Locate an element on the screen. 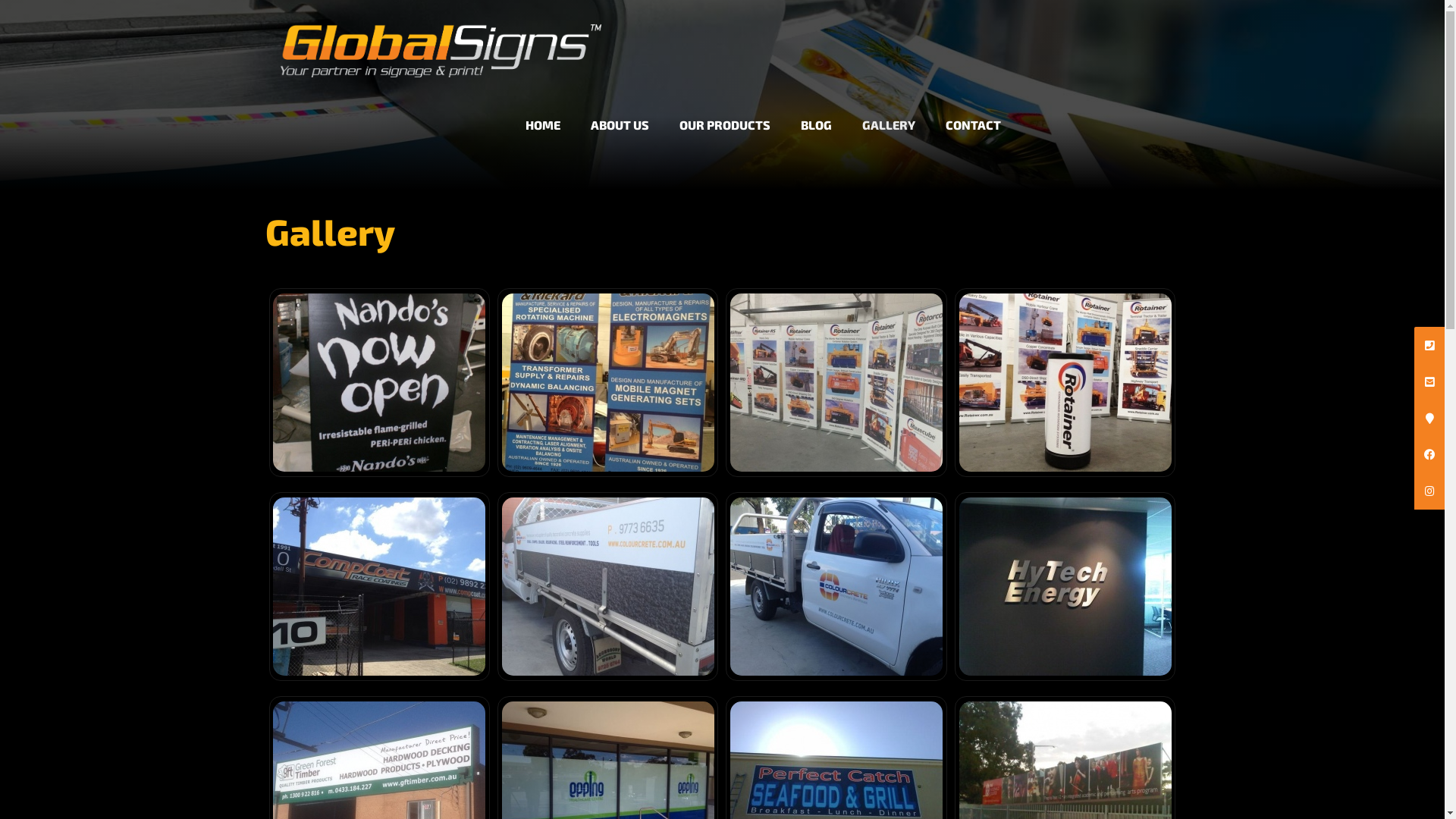  'BLOG' is located at coordinates (815, 111).